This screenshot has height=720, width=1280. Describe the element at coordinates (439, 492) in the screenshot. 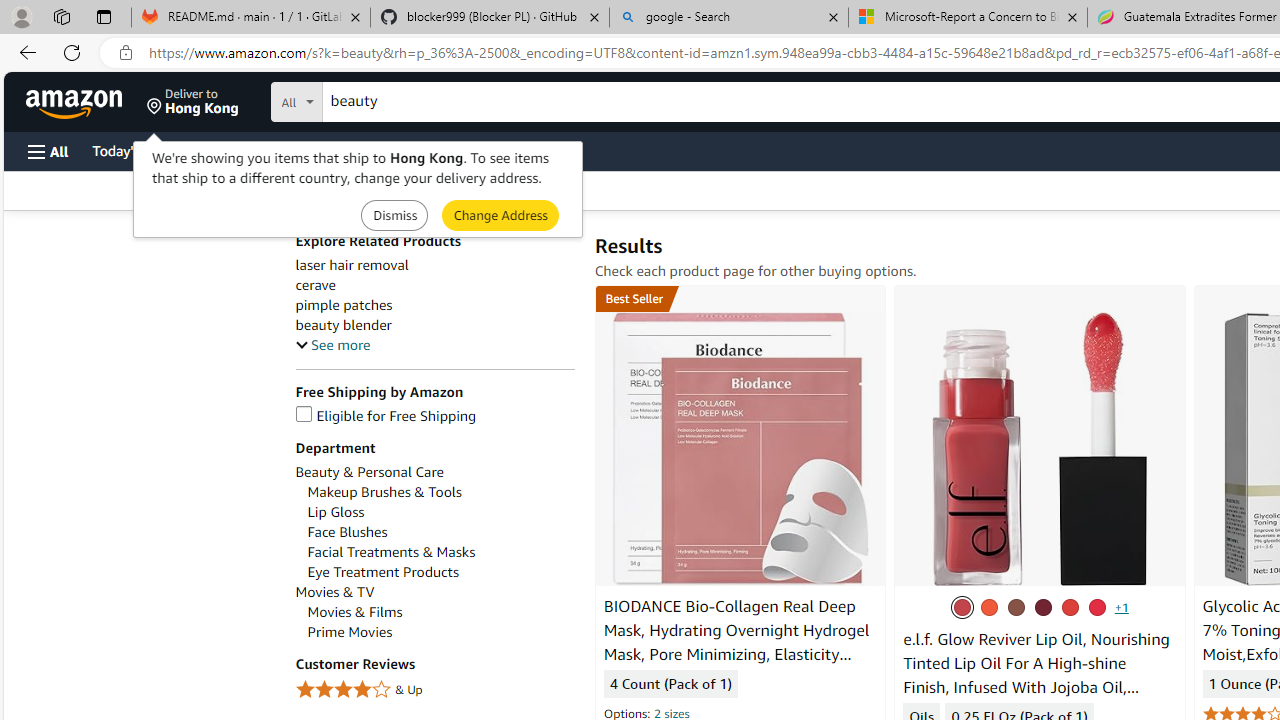

I see `'Makeup Brushes & Tools'` at that location.